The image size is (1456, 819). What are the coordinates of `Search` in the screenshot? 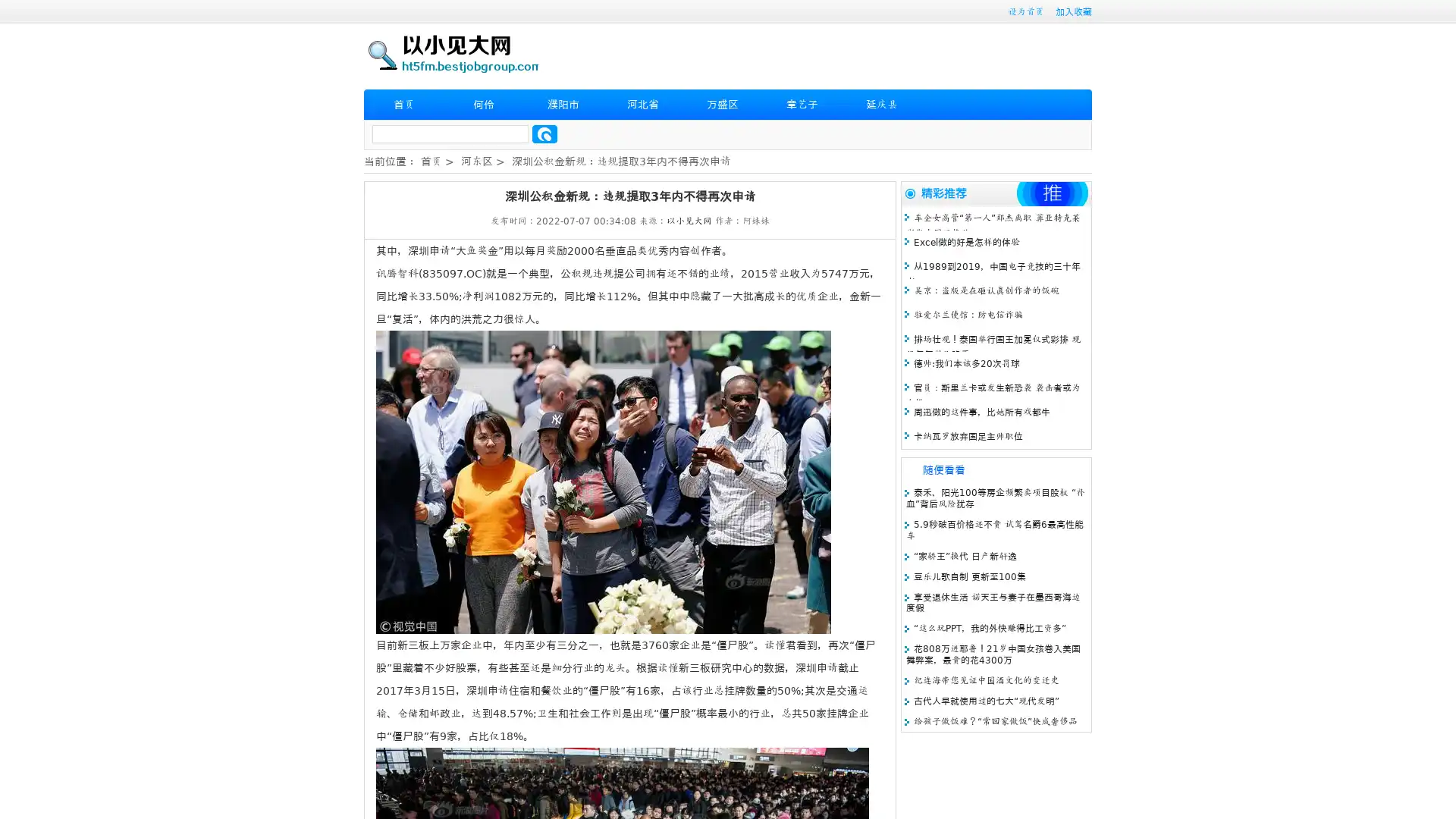 It's located at (544, 133).